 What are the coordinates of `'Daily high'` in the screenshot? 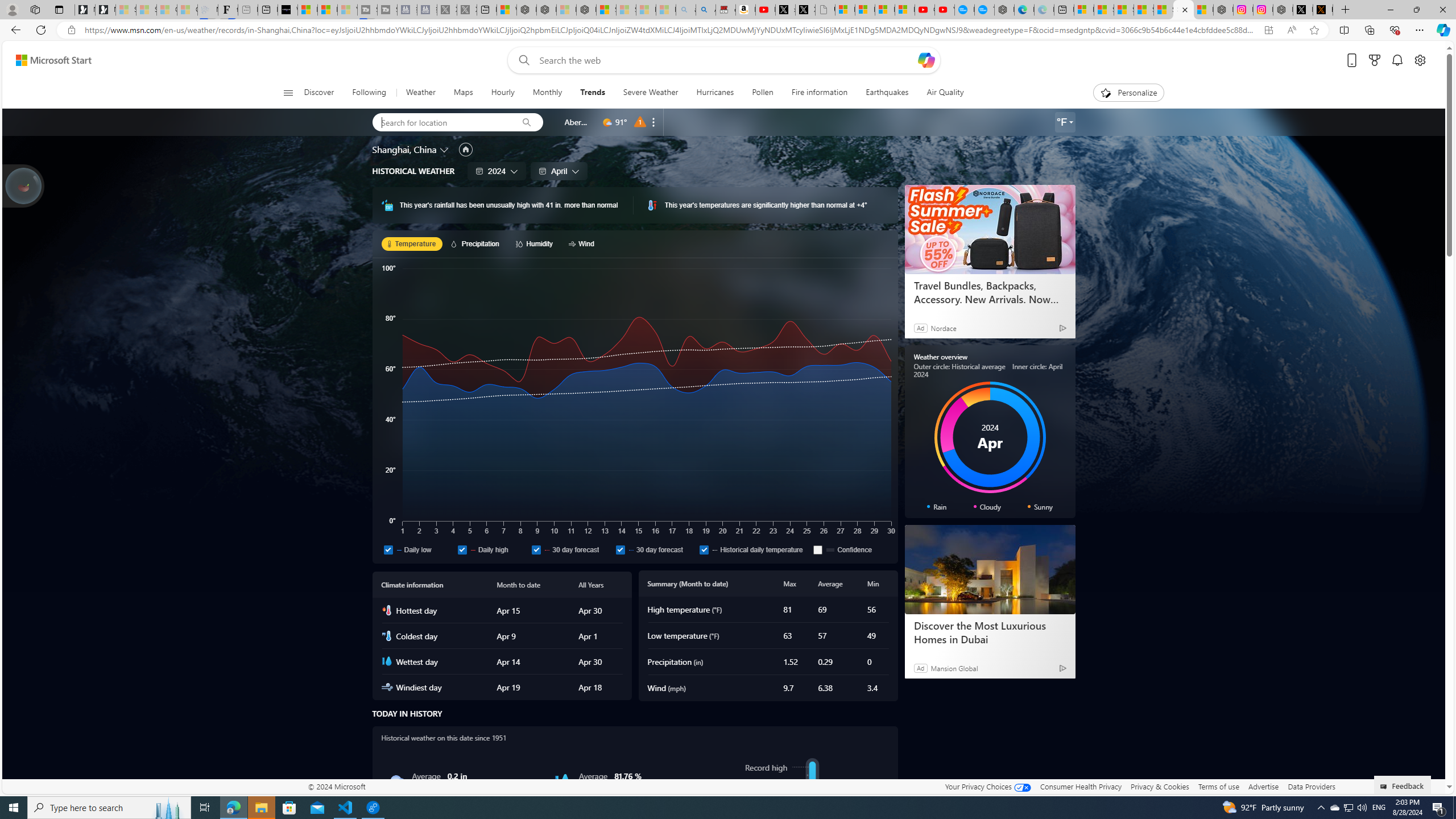 It's located at (491, 549).